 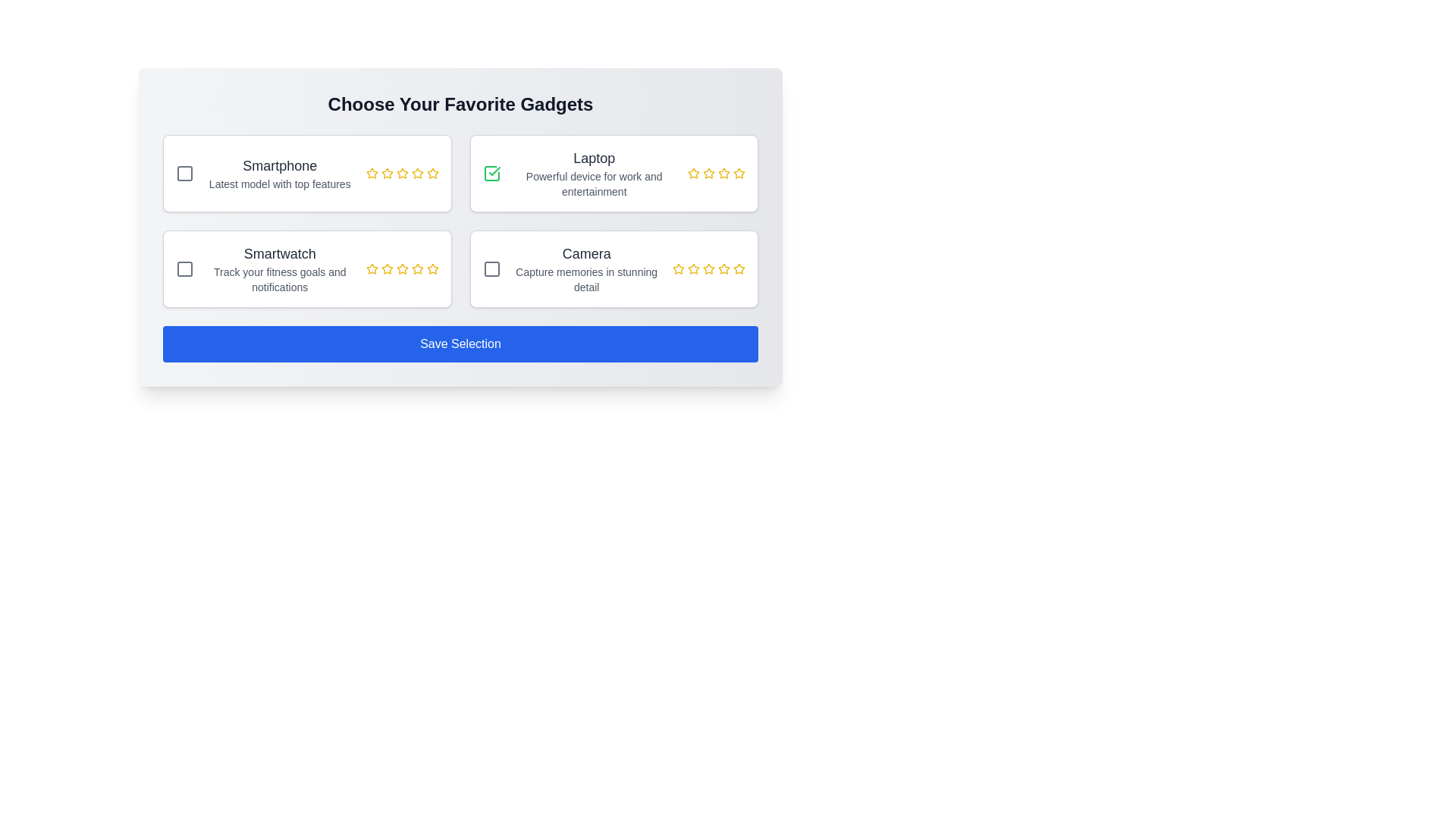 What do you see at coordinates (460, 344) in the screenshot?
I see `the 'Save Selection' button, which has a blue background, white text, and is positioned below the 'Choose Your Favorite Gadgets' grid` at bounding box center [460, 344].